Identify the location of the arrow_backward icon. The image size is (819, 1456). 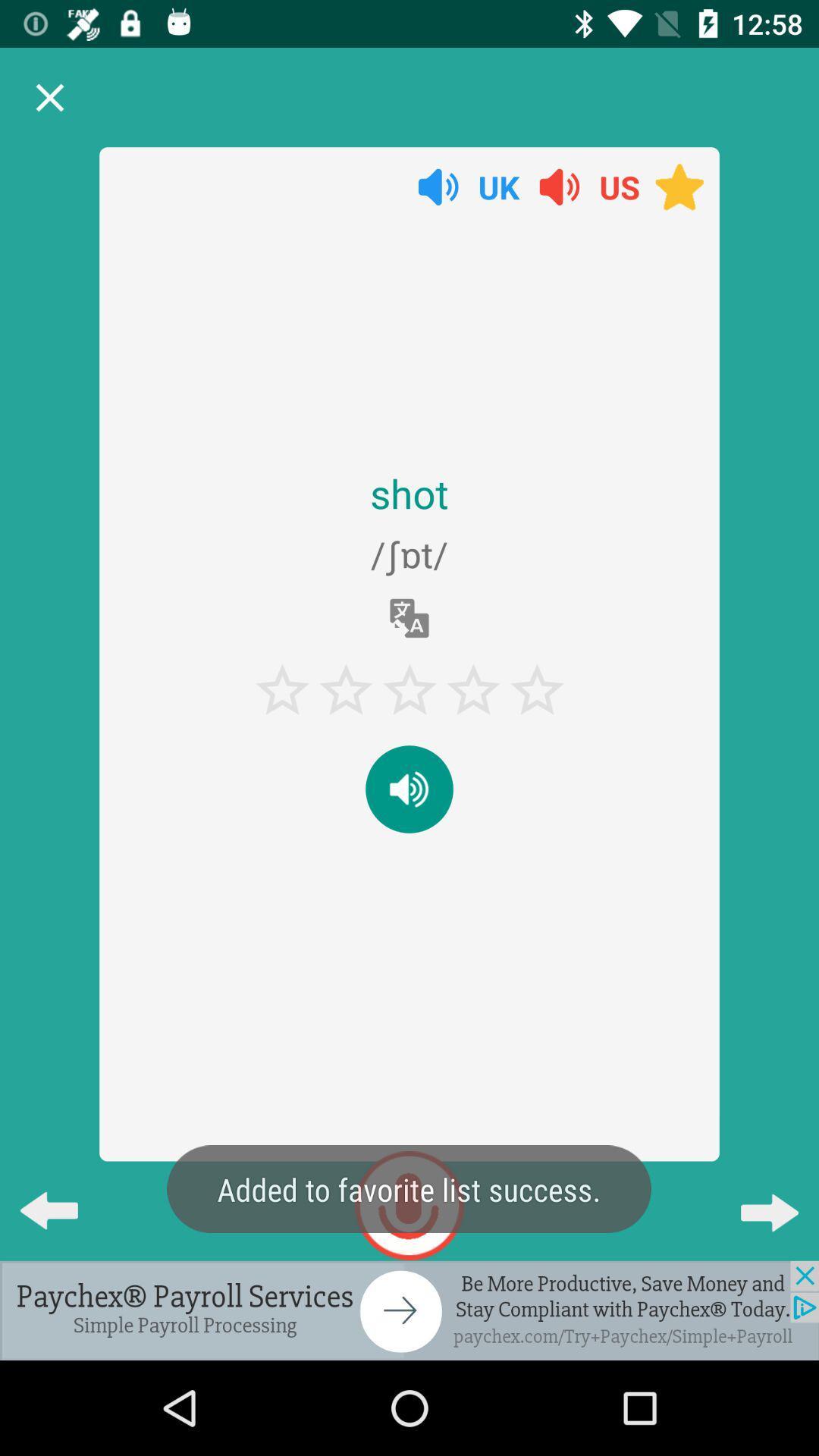
(61, 1197).